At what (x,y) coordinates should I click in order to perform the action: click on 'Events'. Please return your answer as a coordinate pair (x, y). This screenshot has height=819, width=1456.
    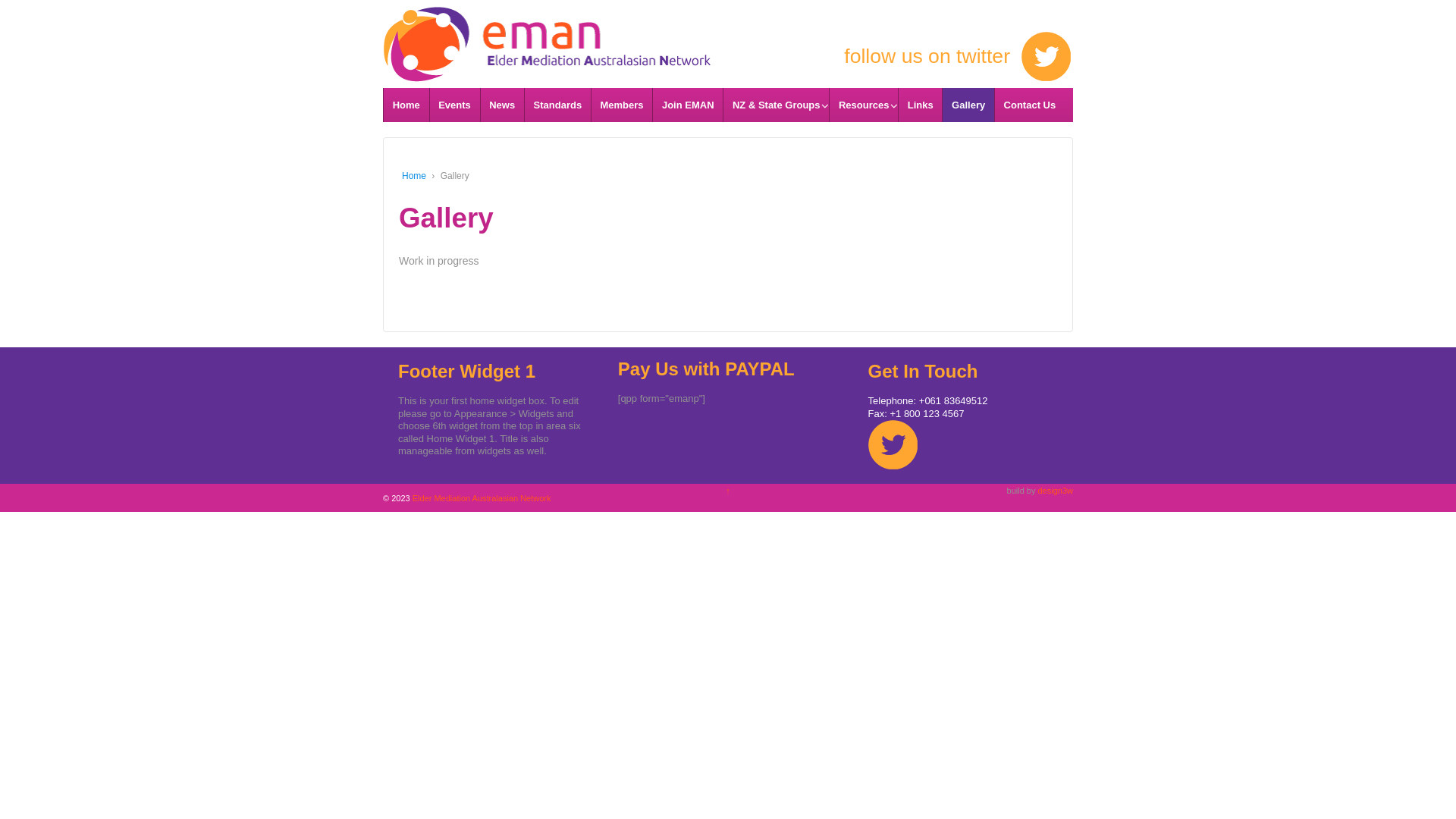
    Looking at the image, I should click on (453, 104).